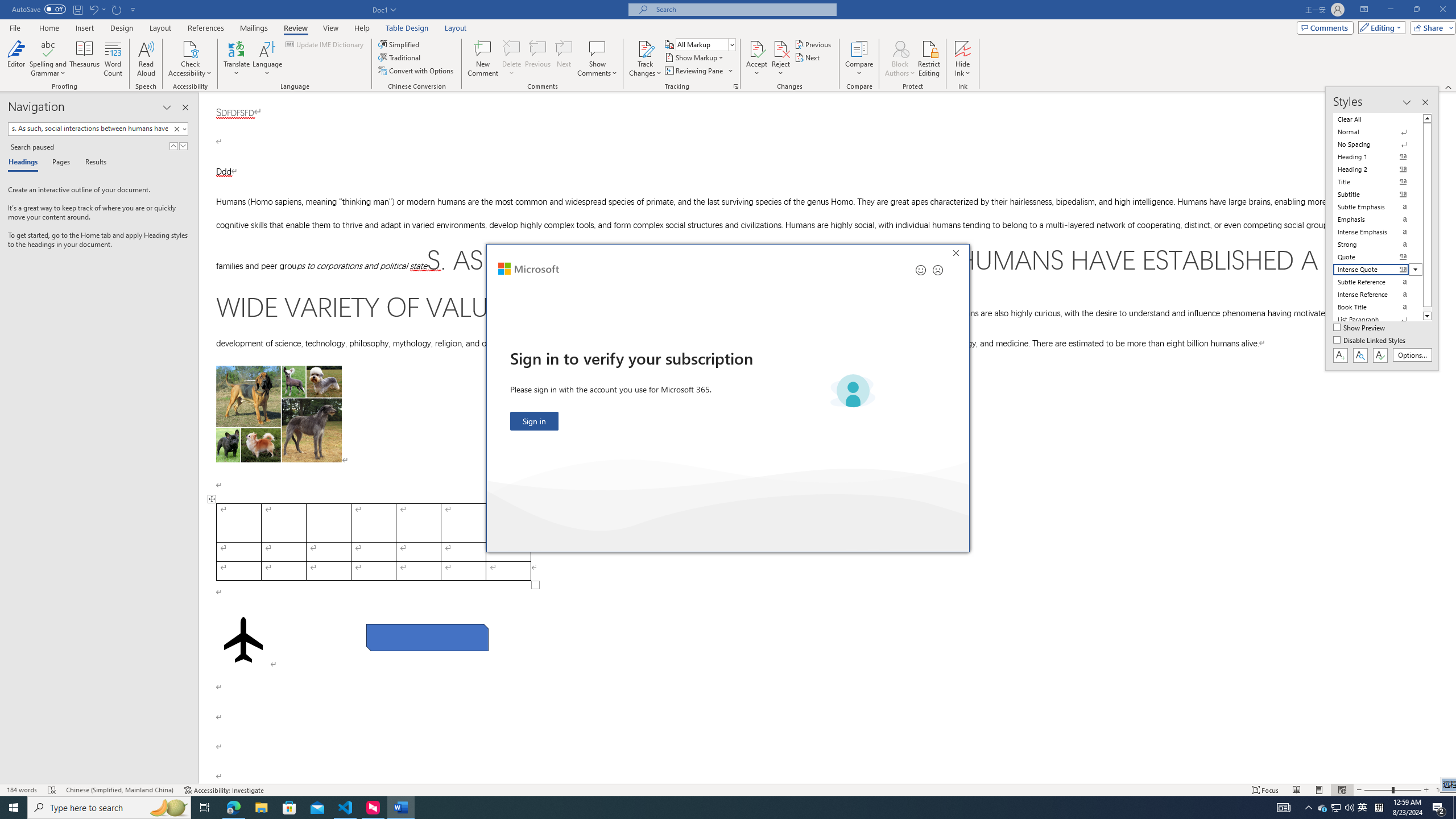  What do you see at coordinates (929, 59) in the screenshot?
I see `'Restrict Editing'` at bounding box center [929, 59].